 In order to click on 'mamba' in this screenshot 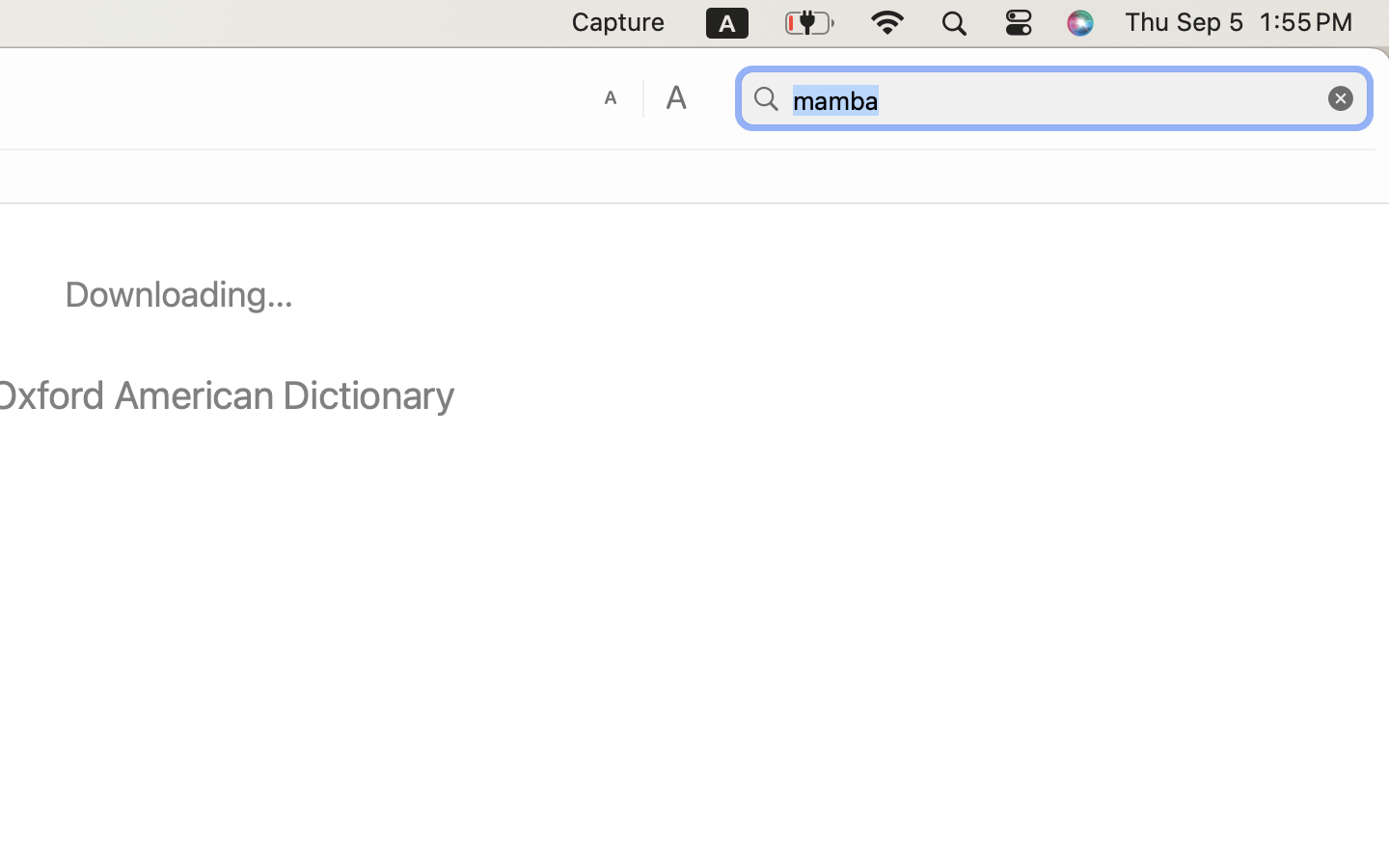, I will do `click(1052, 97)`.